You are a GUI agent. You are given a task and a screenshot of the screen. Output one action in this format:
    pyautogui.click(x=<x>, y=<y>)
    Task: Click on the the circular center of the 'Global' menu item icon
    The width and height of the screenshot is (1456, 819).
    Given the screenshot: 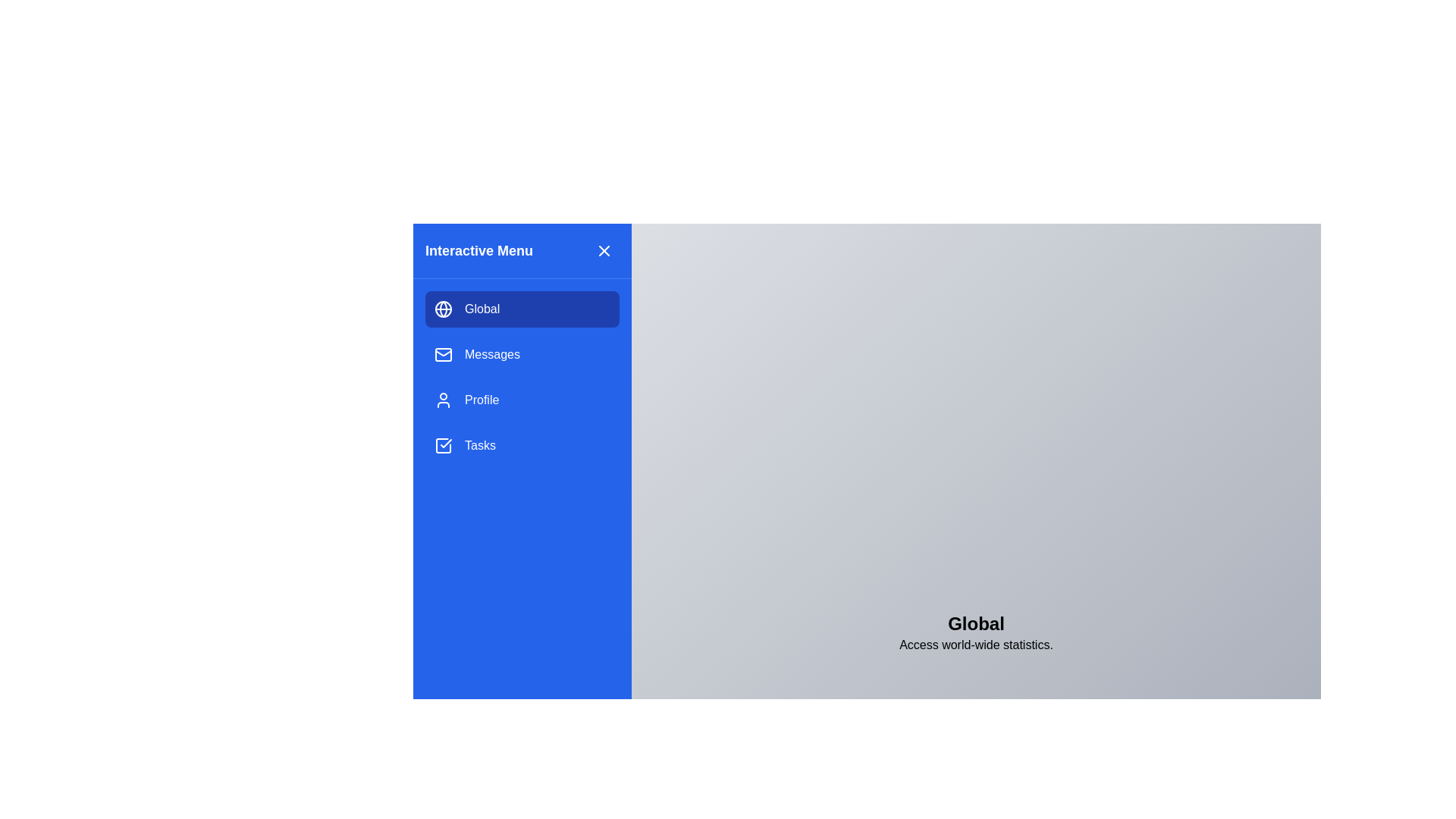 What is the action you would take?
    pyautogui.click(x=443, y=309)
    